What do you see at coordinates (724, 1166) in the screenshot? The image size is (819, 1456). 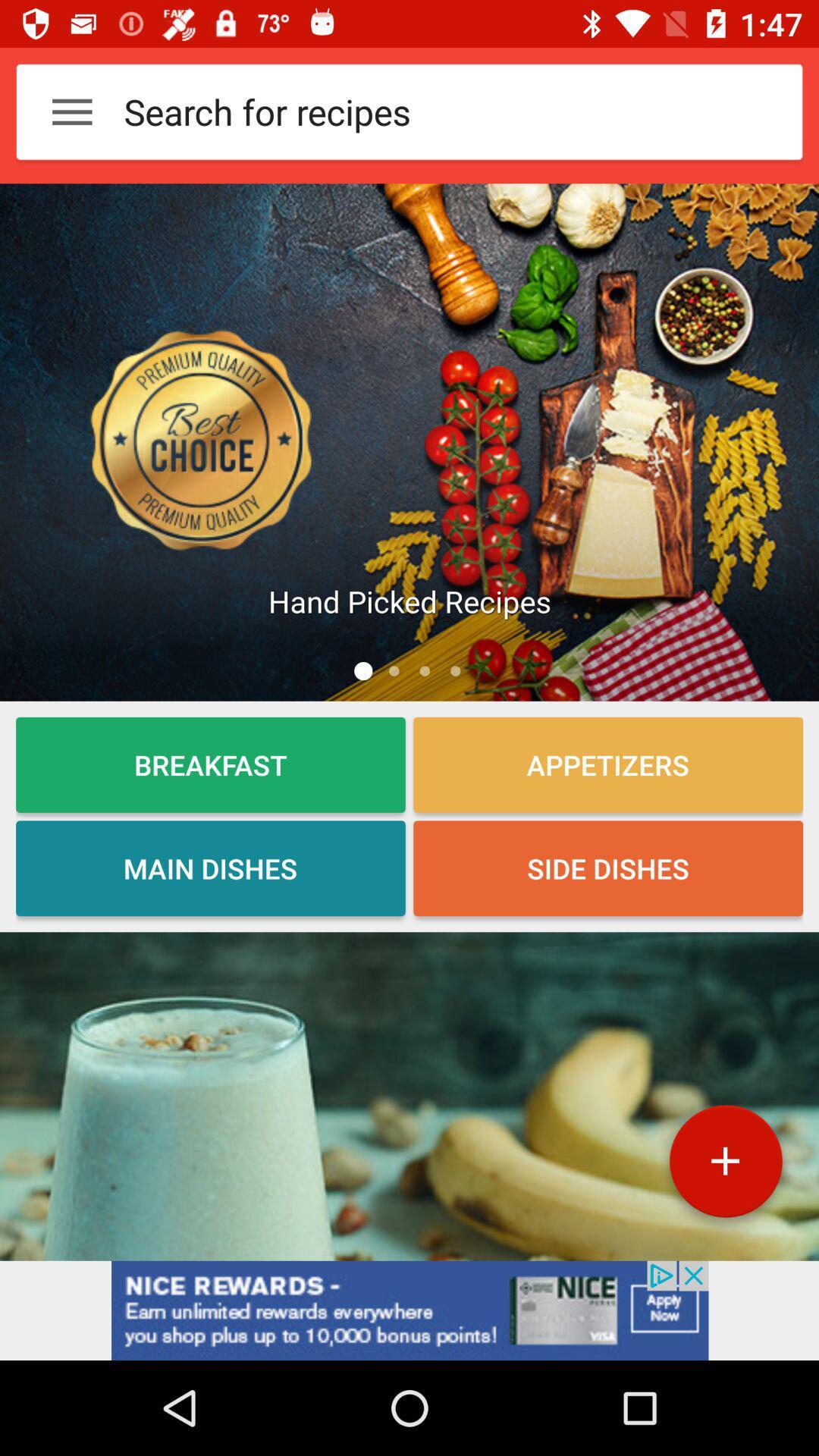 I see `the add icon` at bounding box center [724, 1166].